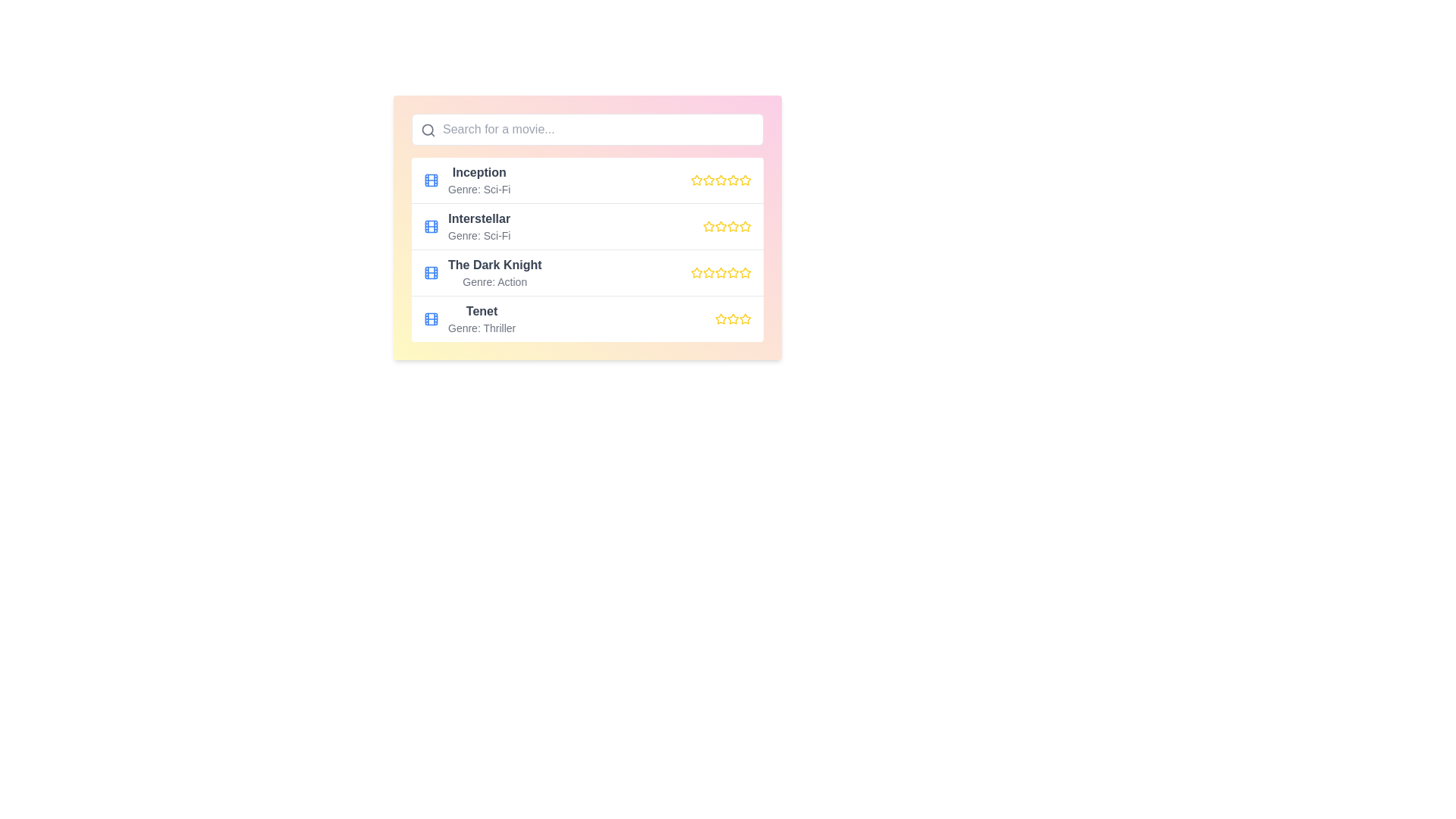  What do you see at coordinates (745, 179) in the screenshot?
I see `the golden-yellow star icon representing the first star` at bounding box center [745, 179].